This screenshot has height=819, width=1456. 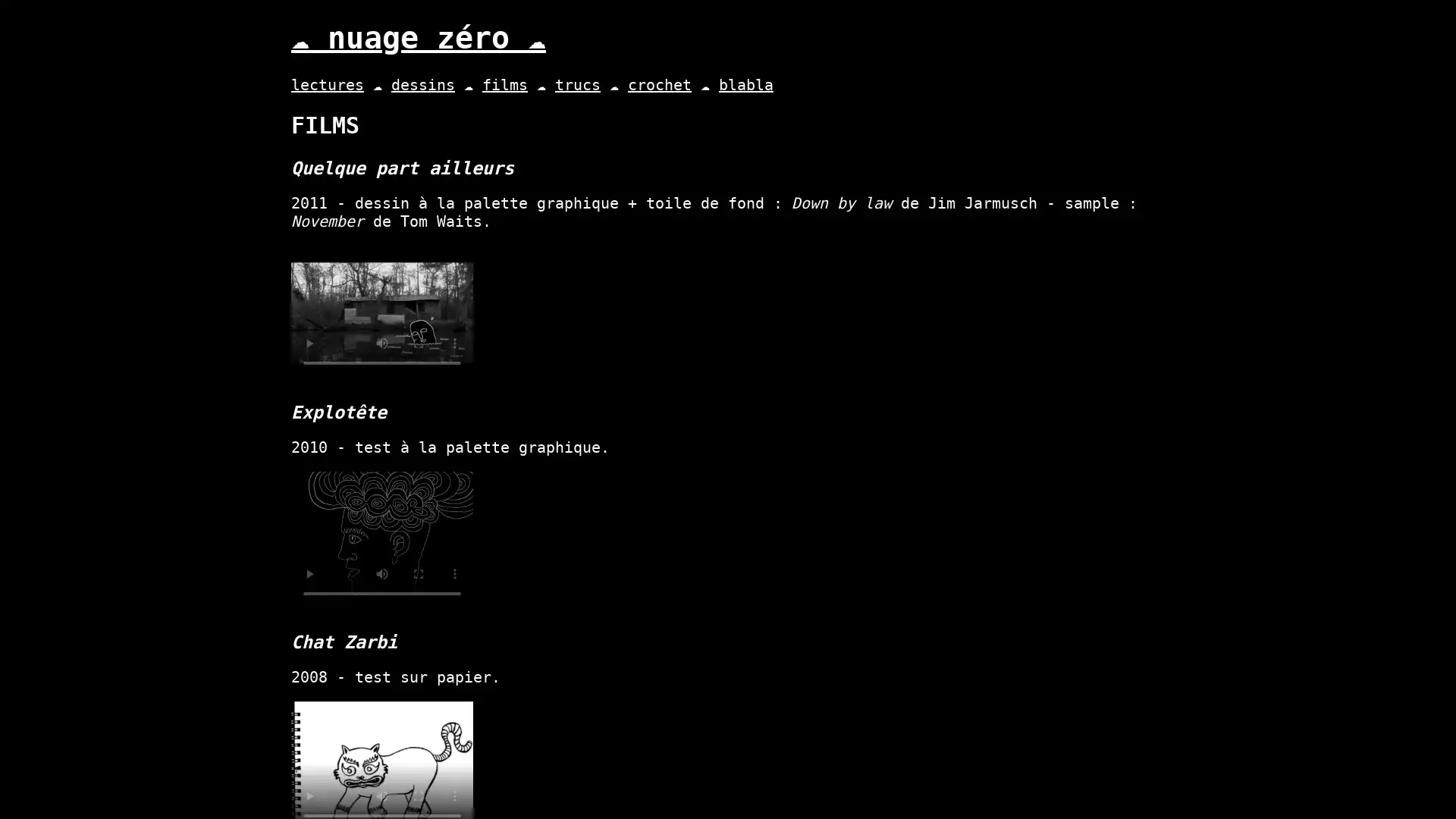 What do you see at coordinates (419, 573) in the screenshot?
I see `enter full screen` at bounding box center [419, 573].